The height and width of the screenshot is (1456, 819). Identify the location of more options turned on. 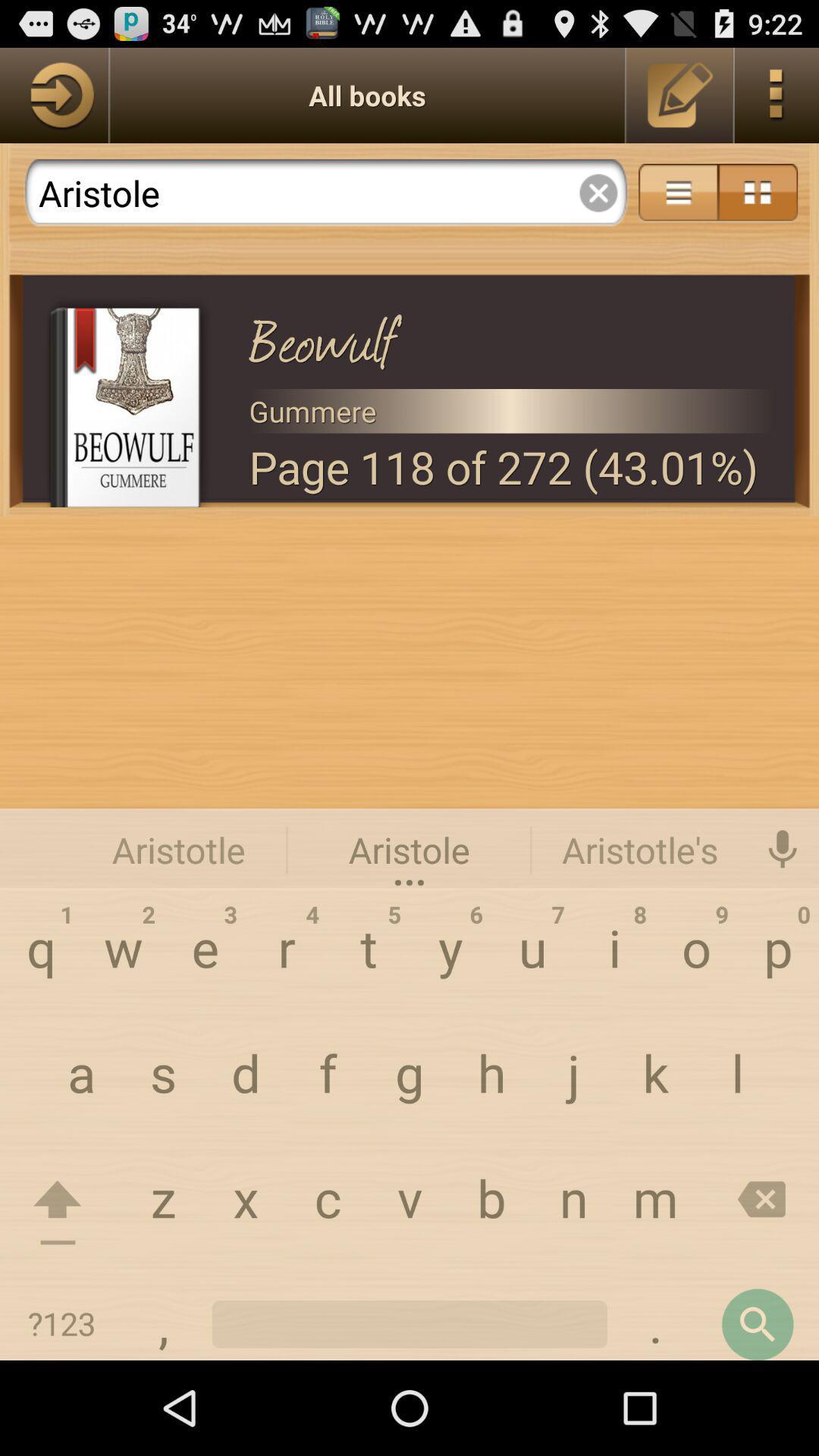
(677, 192).